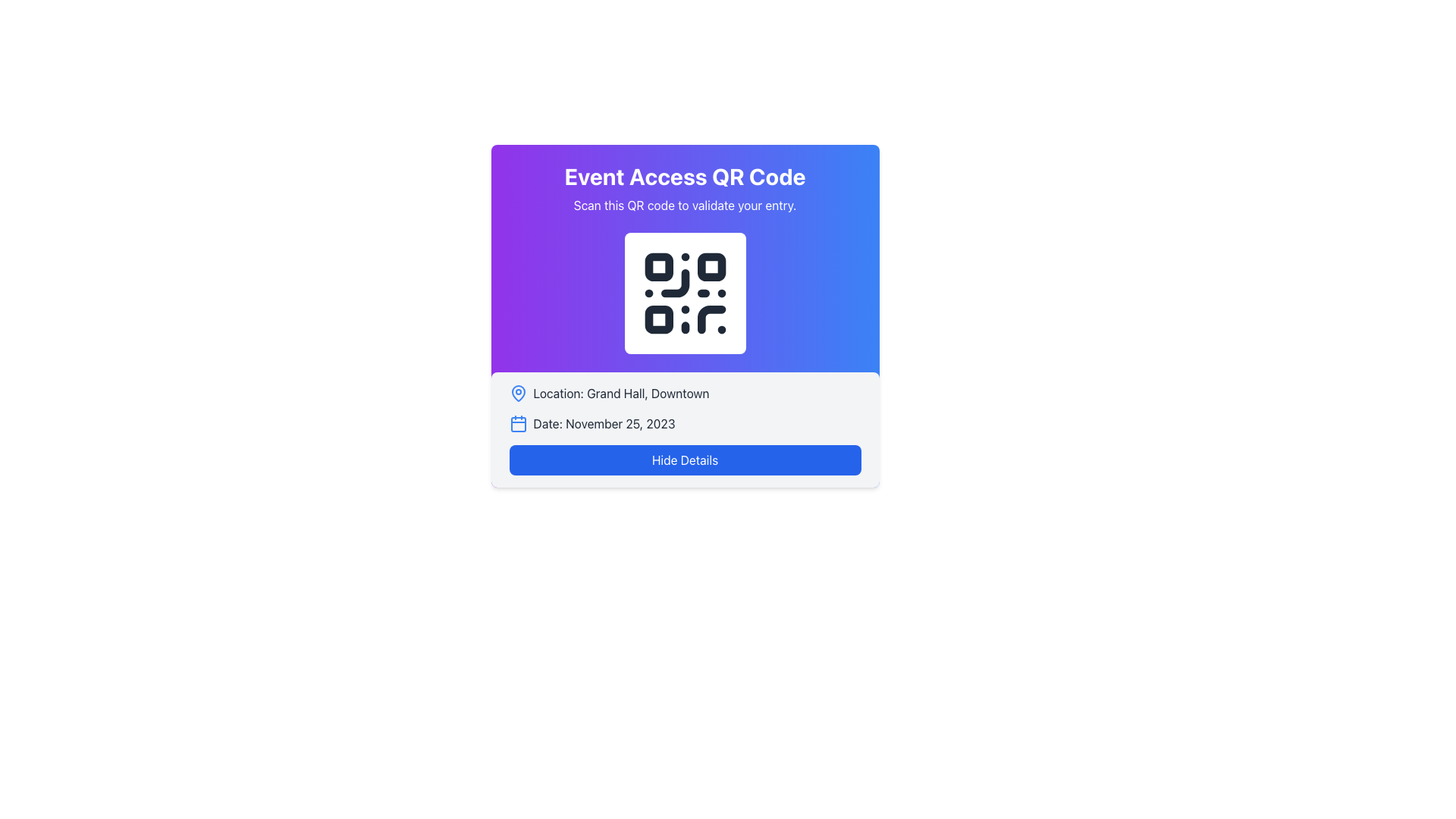  I want to click on the blue map pin icon located to the left of the text 'Location: Grand Hall, Downtown', which is styled in modern vector art and has a circular base with a pointed tail, so click(518, 393).